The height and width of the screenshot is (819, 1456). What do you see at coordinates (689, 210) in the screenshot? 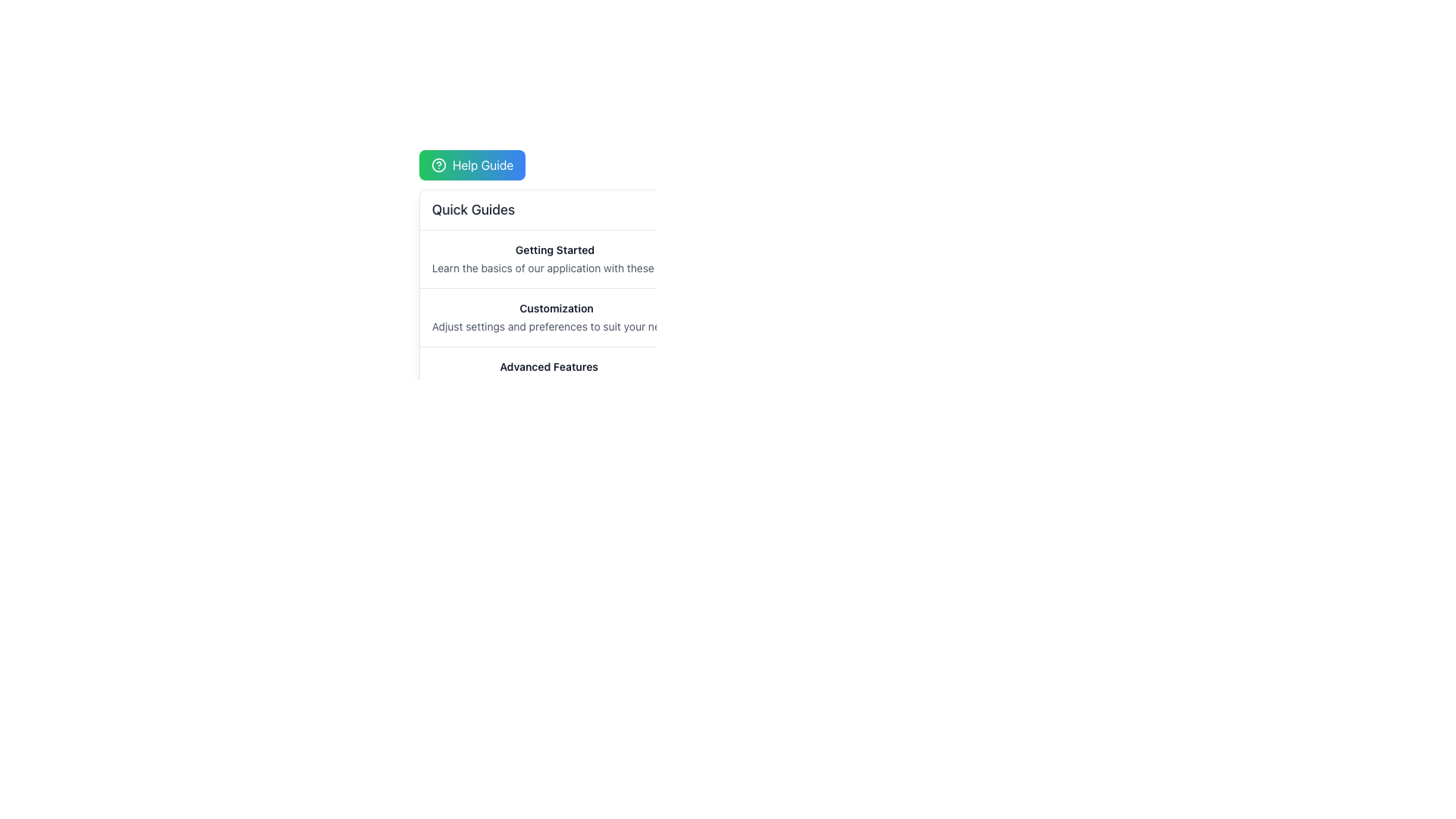
I see `the close button located at the far-right side of the 'Quick Guides' section to hide or dismiss it` at bounding box center [689, 210].